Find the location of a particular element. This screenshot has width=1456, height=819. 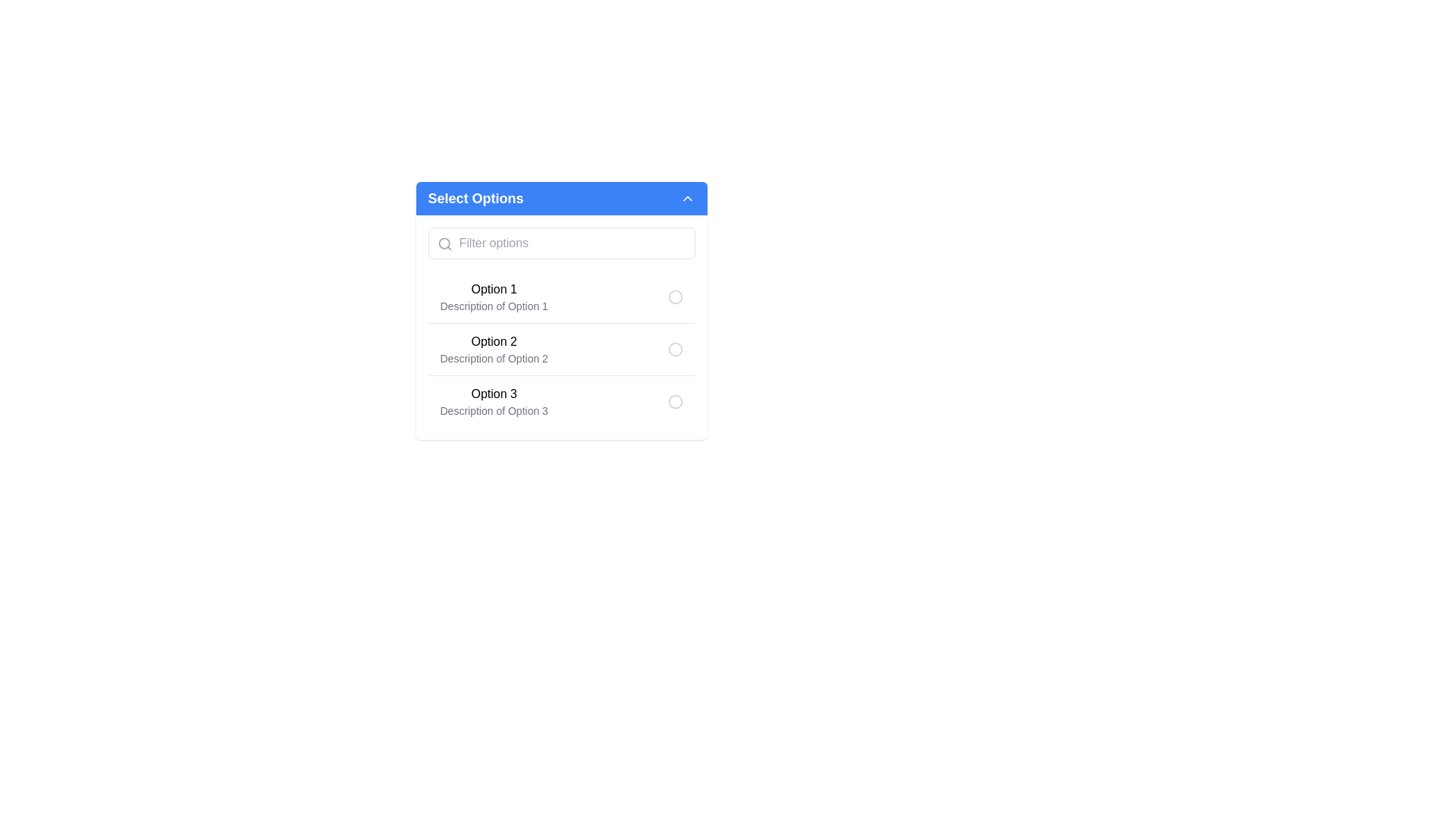

the toggle button at the top of the dropdown menu to show or hide the list of options below it is located at coordinates (560, 198).